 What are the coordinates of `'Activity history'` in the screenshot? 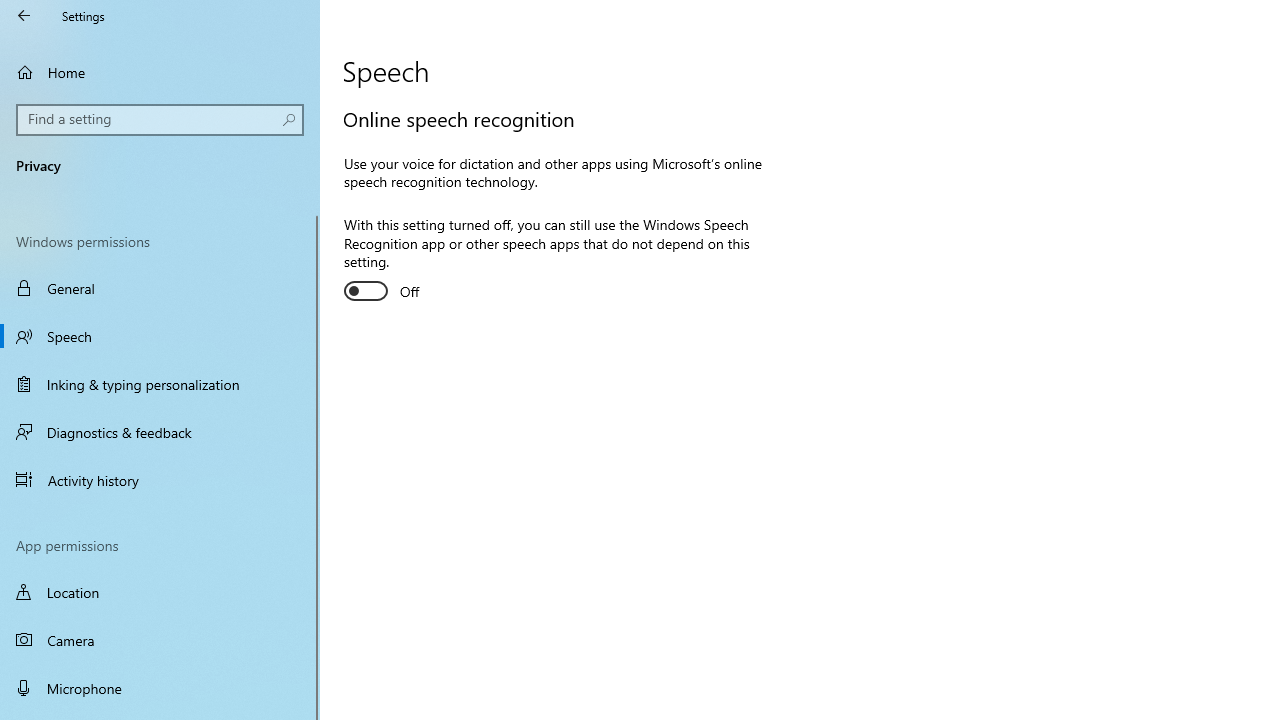 It's located at (160, 479).